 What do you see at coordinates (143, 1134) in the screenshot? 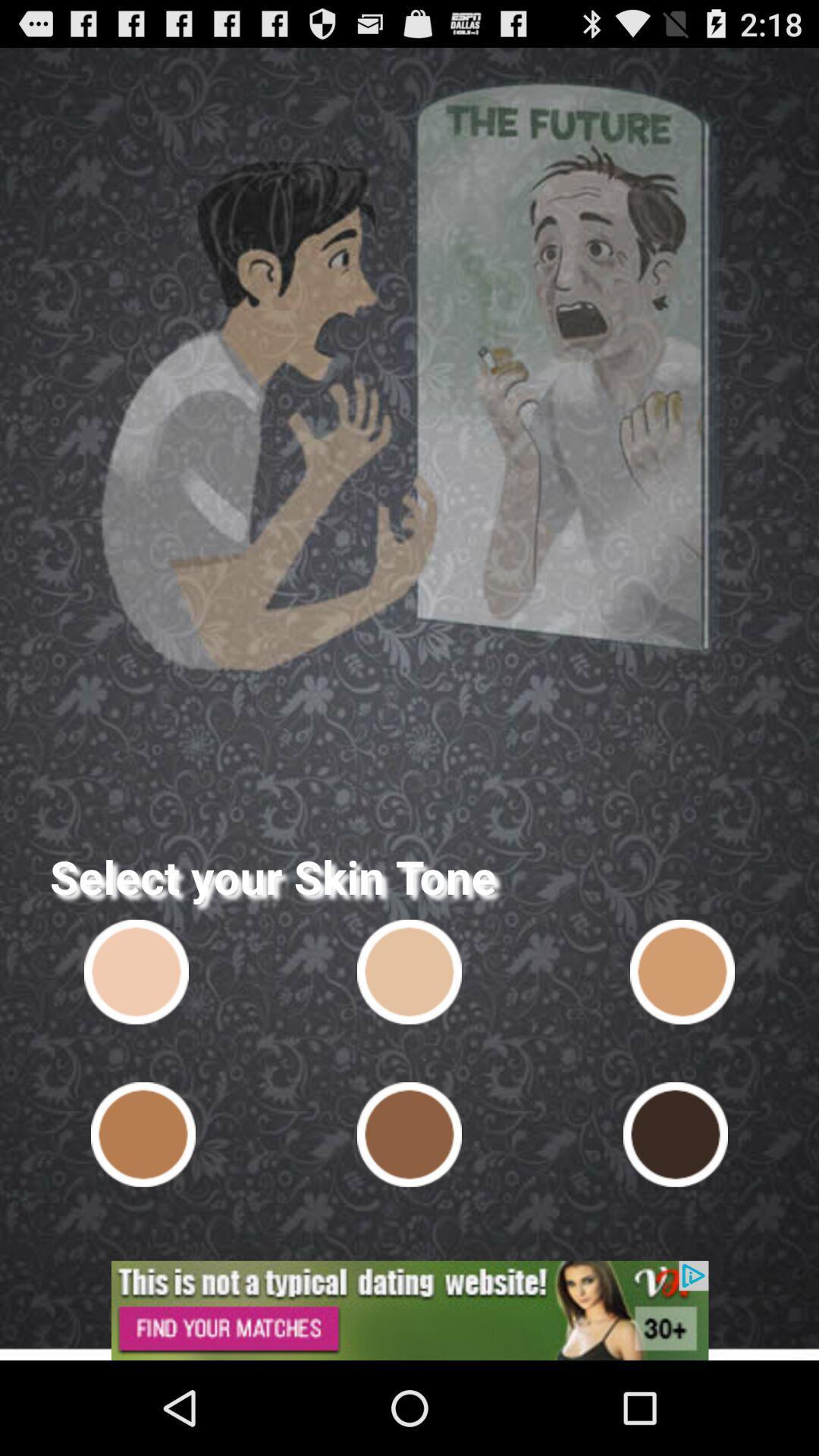
I see `choose this skin tone` at bounding box center [143, 1134].